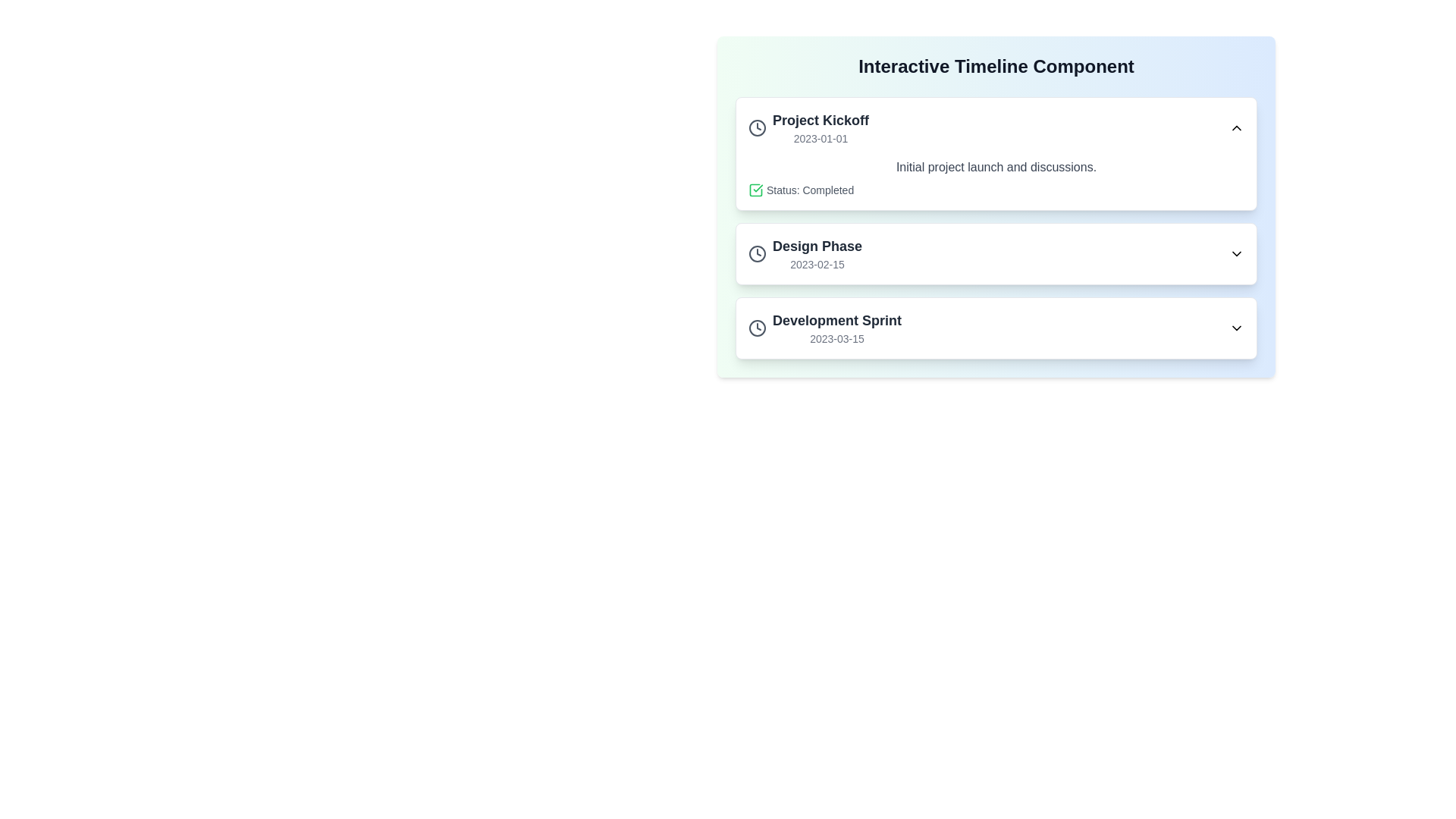 This screenshot has width=1456, height=819. Describe the element at coordinates (817, 253) in the screenshot. I see `the text display element that shows 'Design Phase' in bold and '2023-02-15' below it, positioned in the main content area of the timeline events list` at that location.